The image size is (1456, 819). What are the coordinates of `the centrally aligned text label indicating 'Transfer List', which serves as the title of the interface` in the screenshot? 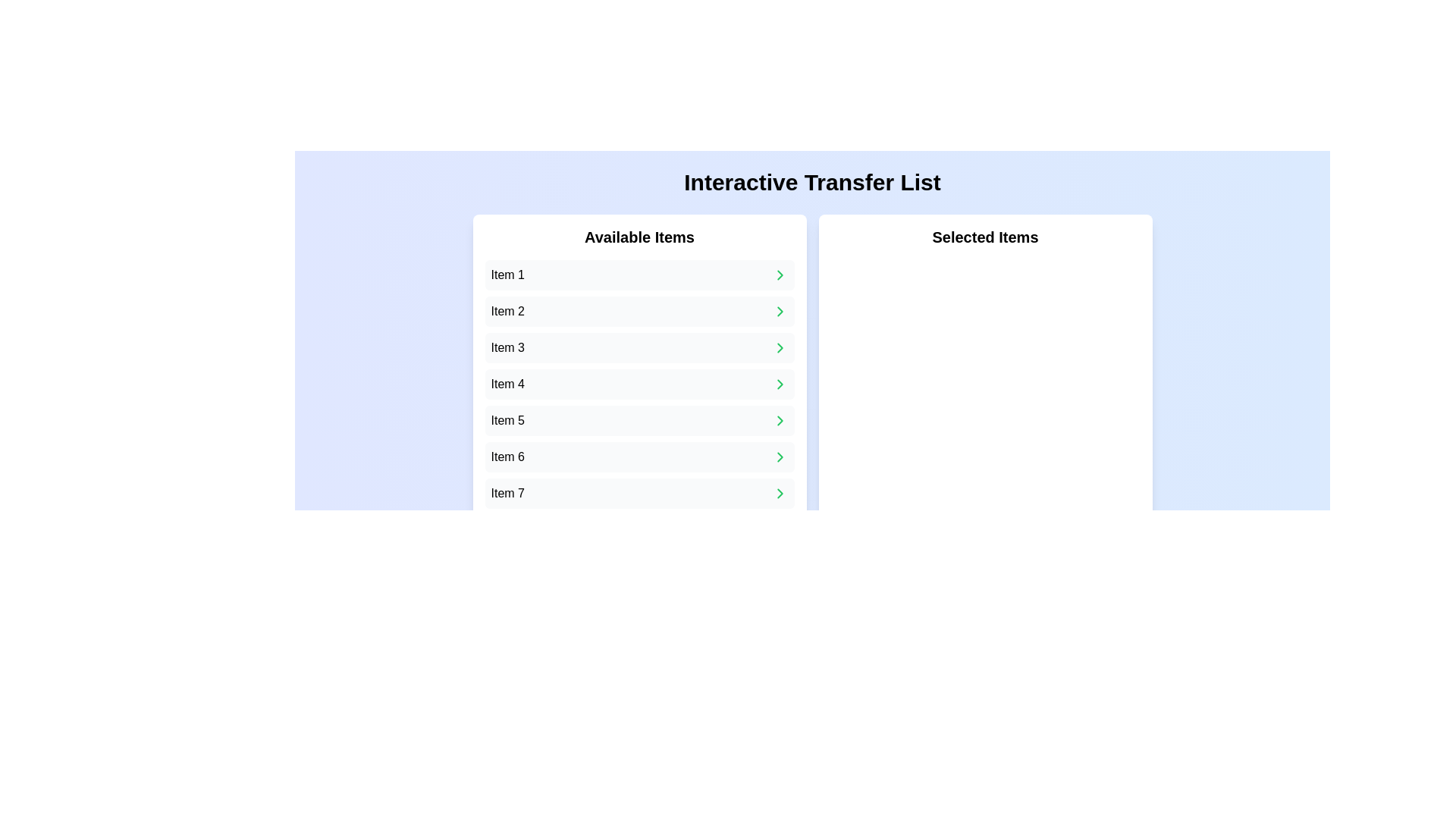 It's located at (811, 181).